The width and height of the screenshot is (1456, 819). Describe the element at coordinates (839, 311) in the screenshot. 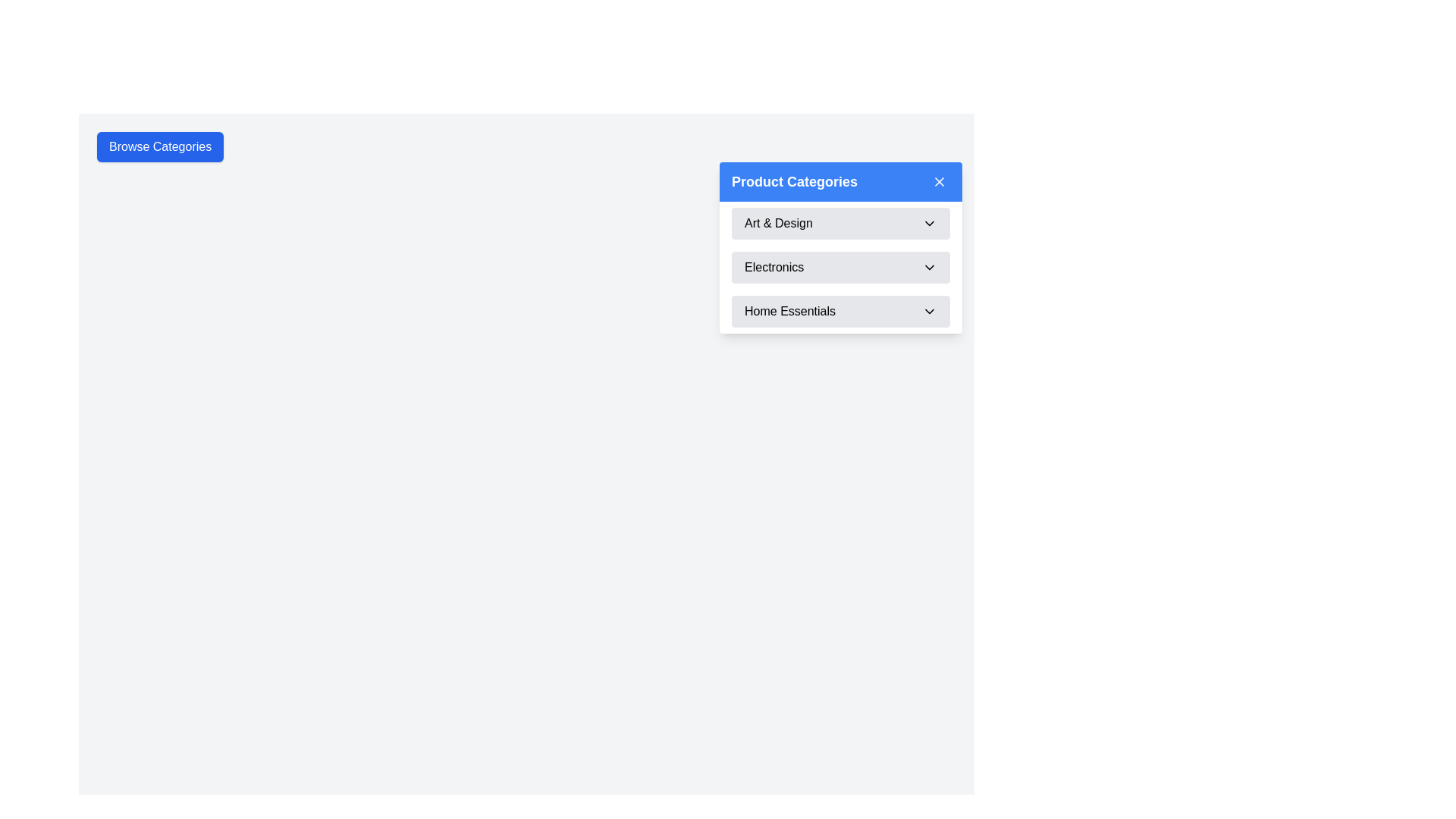

I see `the third item in the 'Product Categories' dropdown menu` at that location.